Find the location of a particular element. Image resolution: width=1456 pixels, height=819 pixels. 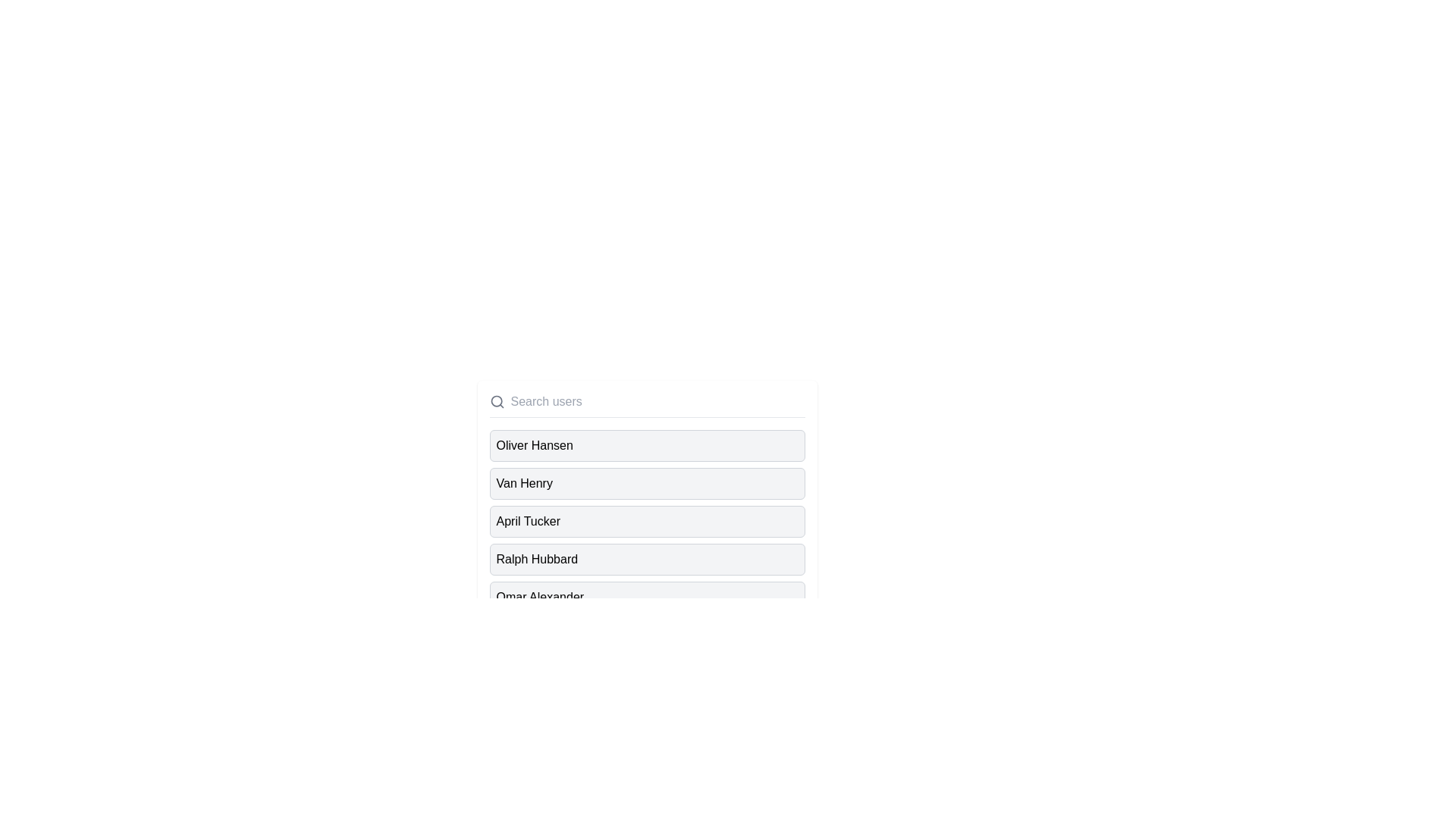

the text label displaying 'Ralph Hubbard' which is the fourth item in the vertical list beneath the search bar is located at coordinates (537, 559).